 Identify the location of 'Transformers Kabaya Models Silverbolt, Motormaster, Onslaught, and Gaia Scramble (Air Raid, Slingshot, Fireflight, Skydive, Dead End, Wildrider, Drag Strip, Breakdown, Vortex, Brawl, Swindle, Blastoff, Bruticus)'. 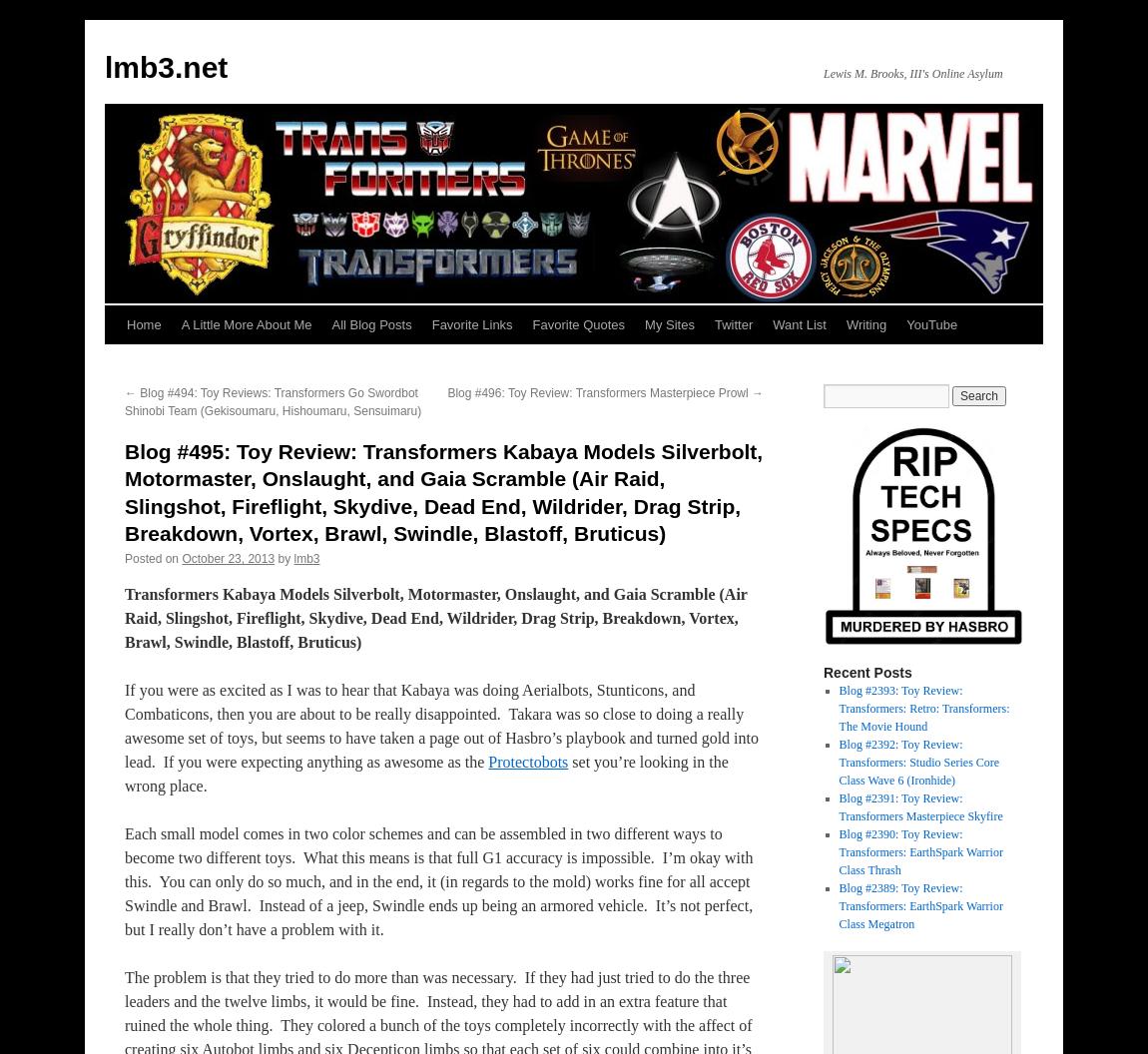
(435, 617).